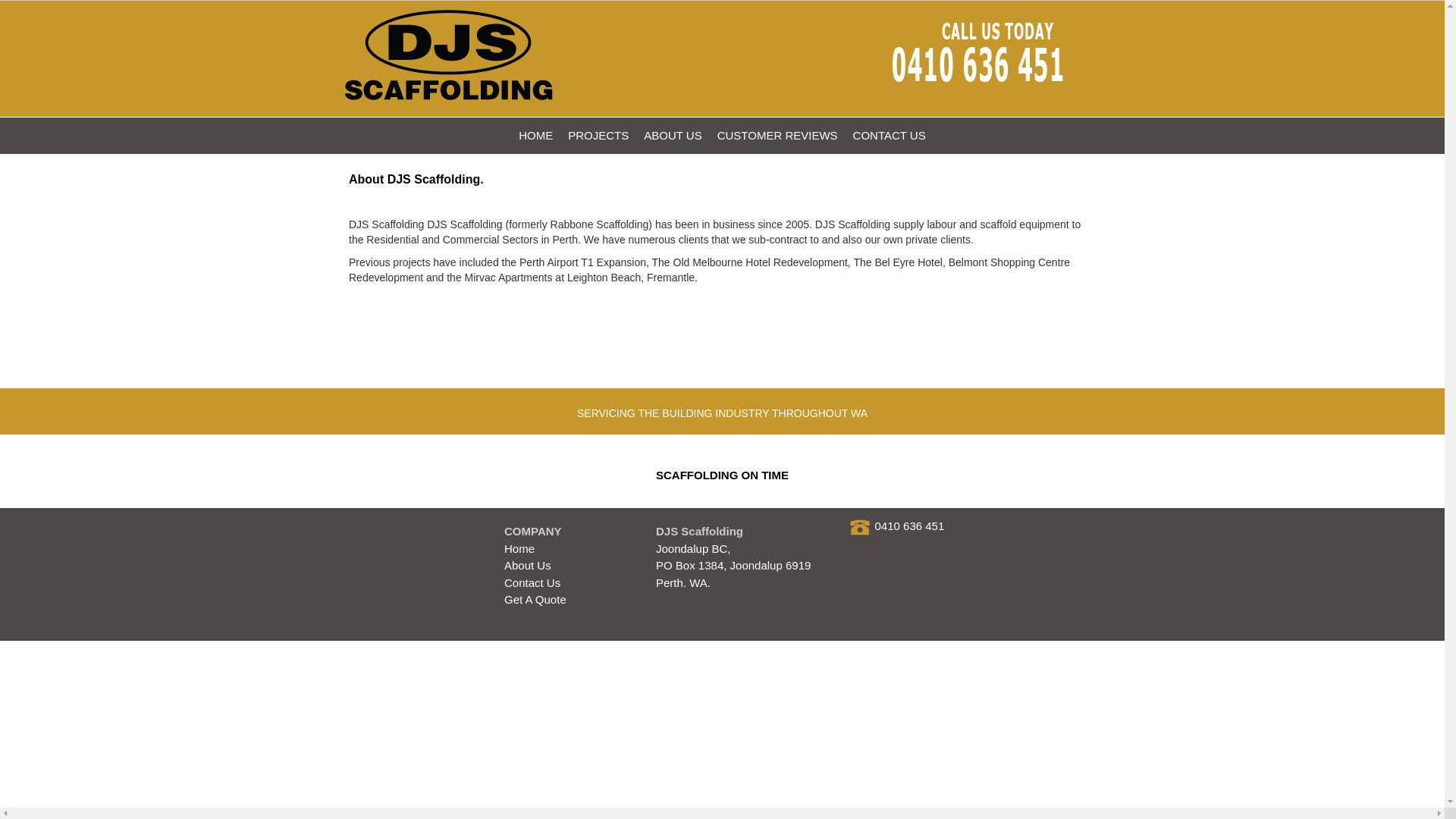 The width and height of the screenshot is (1456, 819). Describe the element at coordinates (519, 548) in the screenshot. I see `'Home'` at that location.